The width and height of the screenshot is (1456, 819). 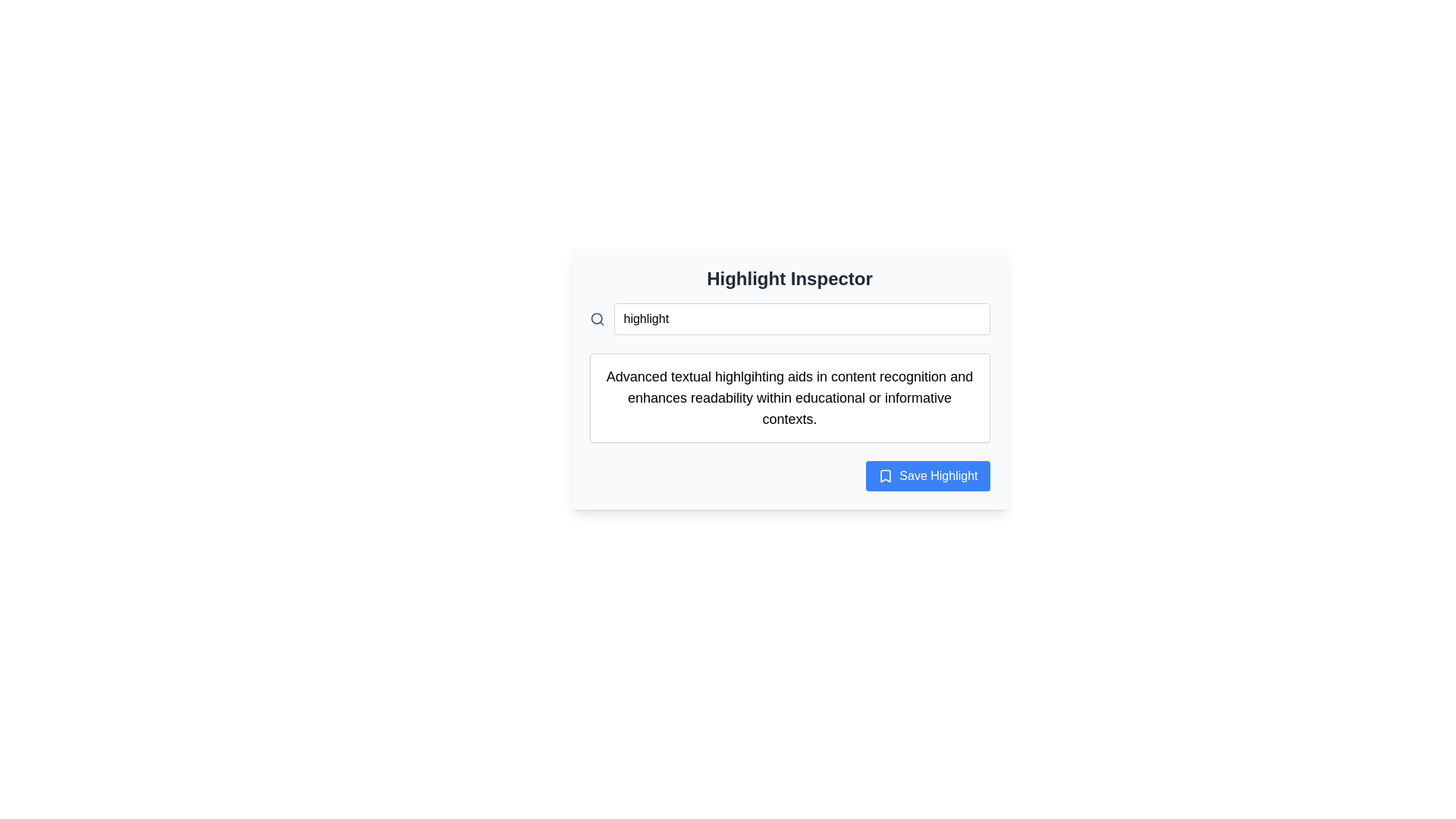 What do you see at coordinates (886, 475) in the screenshot?
I see `the bookmark icon, which is styled with a thin black outline and is located next to the 'Save Highlight' button in the bottom-right corner of the dialog interface` at bounding box center [886, 475].